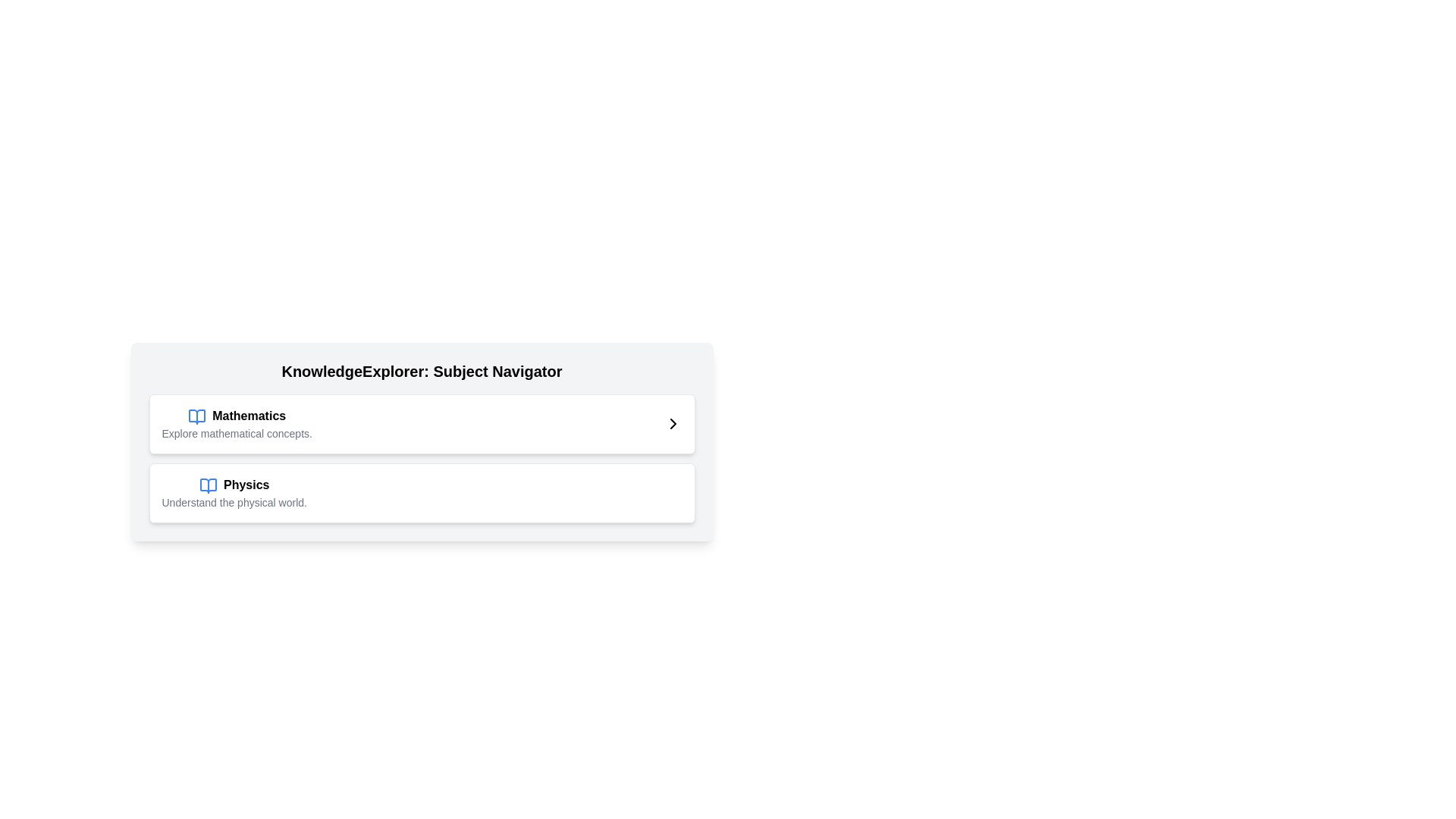 This screenshot has height=819, width=1456. What do you see at coordinates (234, 493) in the screenshot?
I see `the list item titled 'Physics' which includes a blue open book icon and a description 'Understand the physical world.'` at bounding box center [234, 493].